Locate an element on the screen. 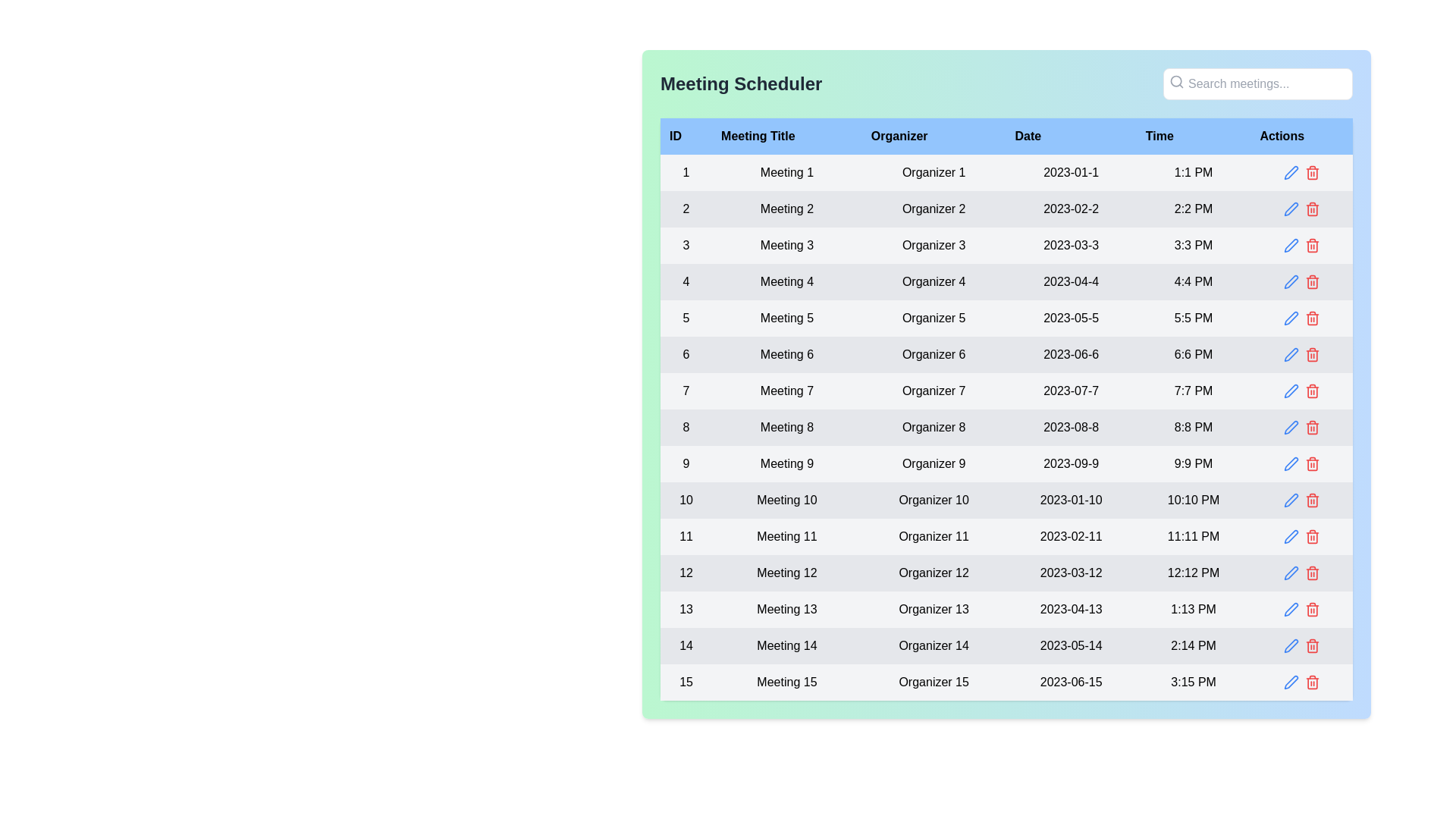  the text input field used for filtering meeting entries, located at the top right of the page header is located at coordinates (1258, 84).